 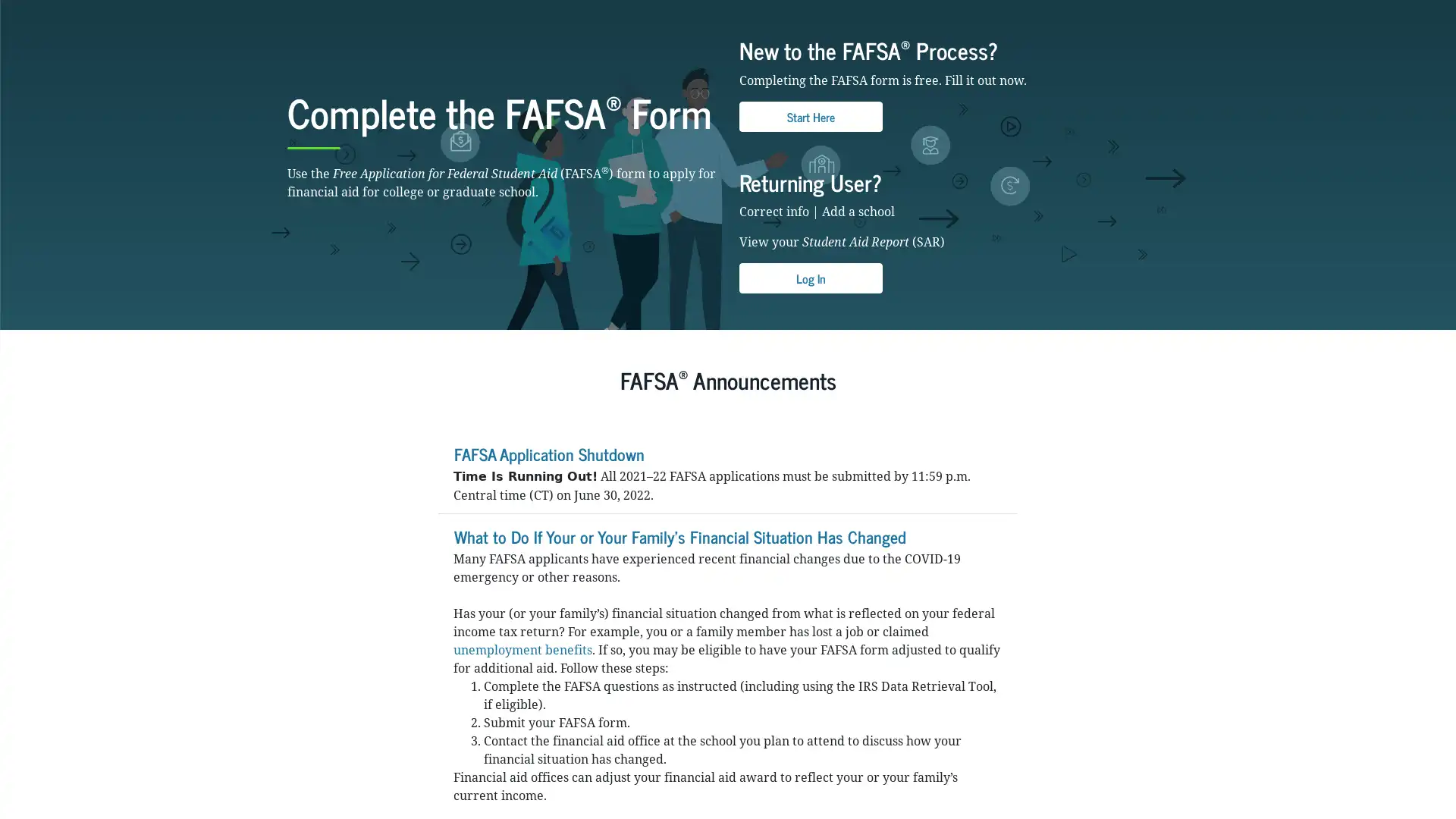 I want to click on FAFSA Application Shutdown, so click(x=548, y=551).